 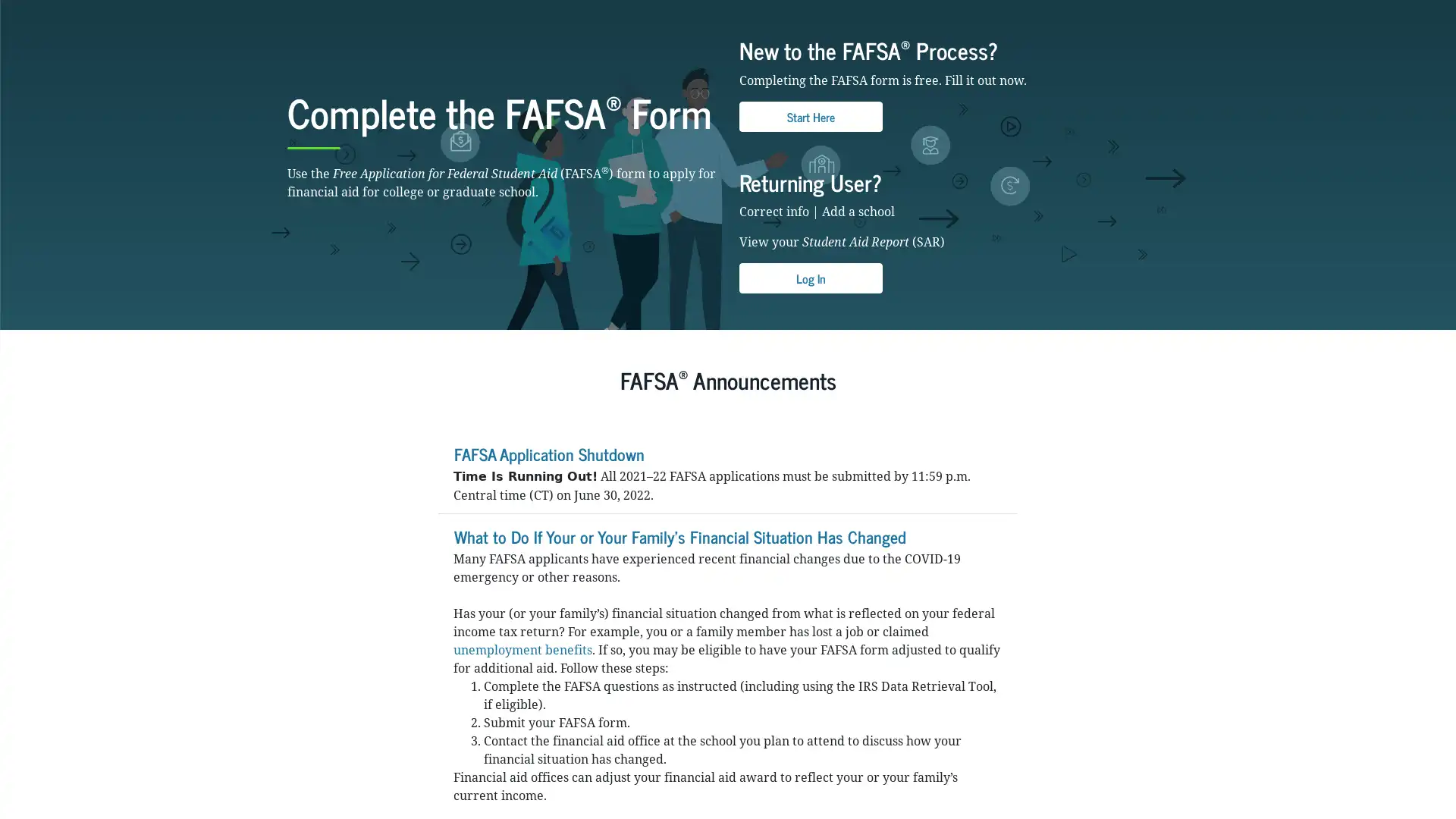 I want to click on FAFSA Application Shutdown, so click(x=548, y=551).